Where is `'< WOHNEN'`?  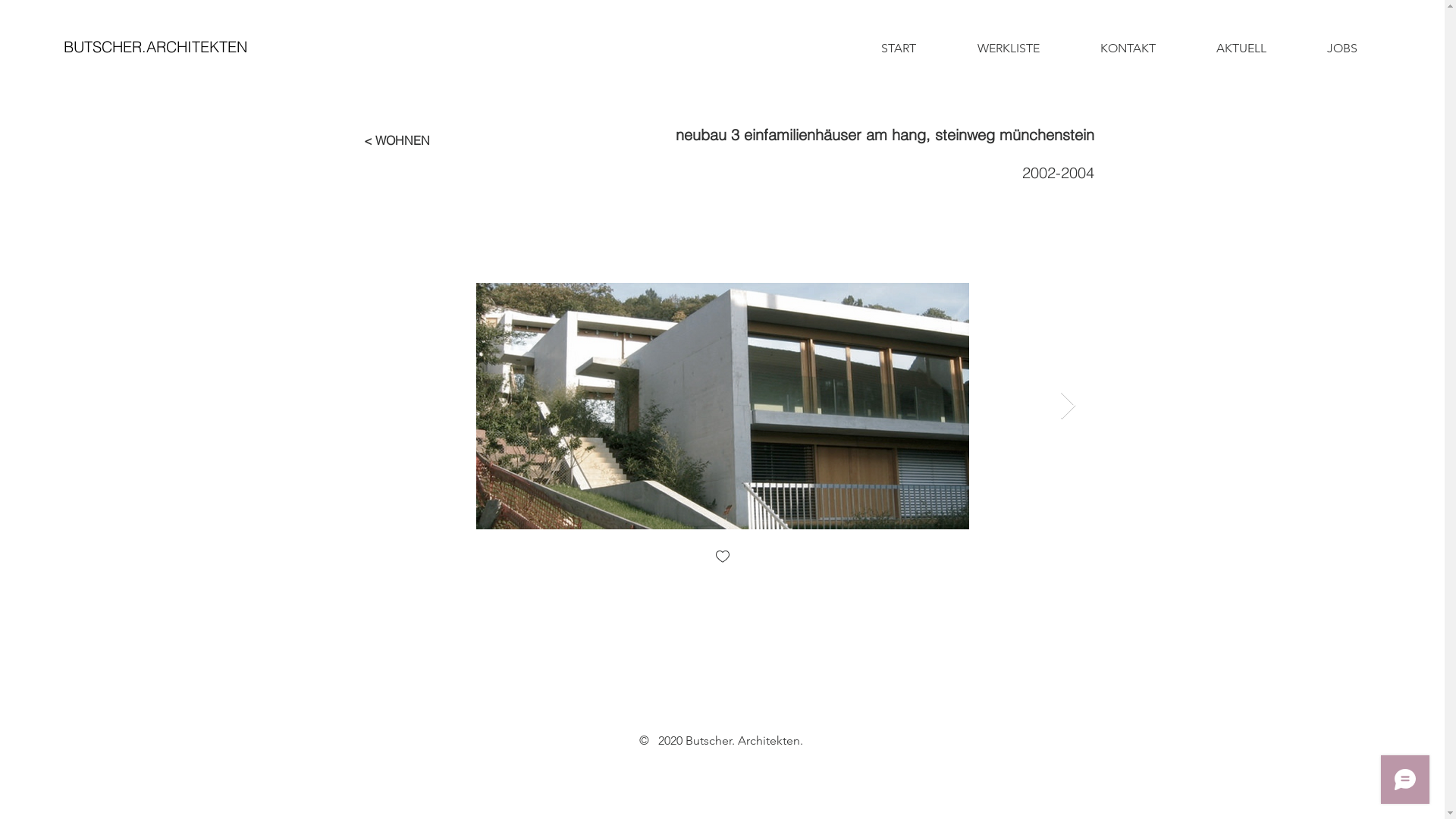 '< WOHNEN' is located at coordinates (397, 140).